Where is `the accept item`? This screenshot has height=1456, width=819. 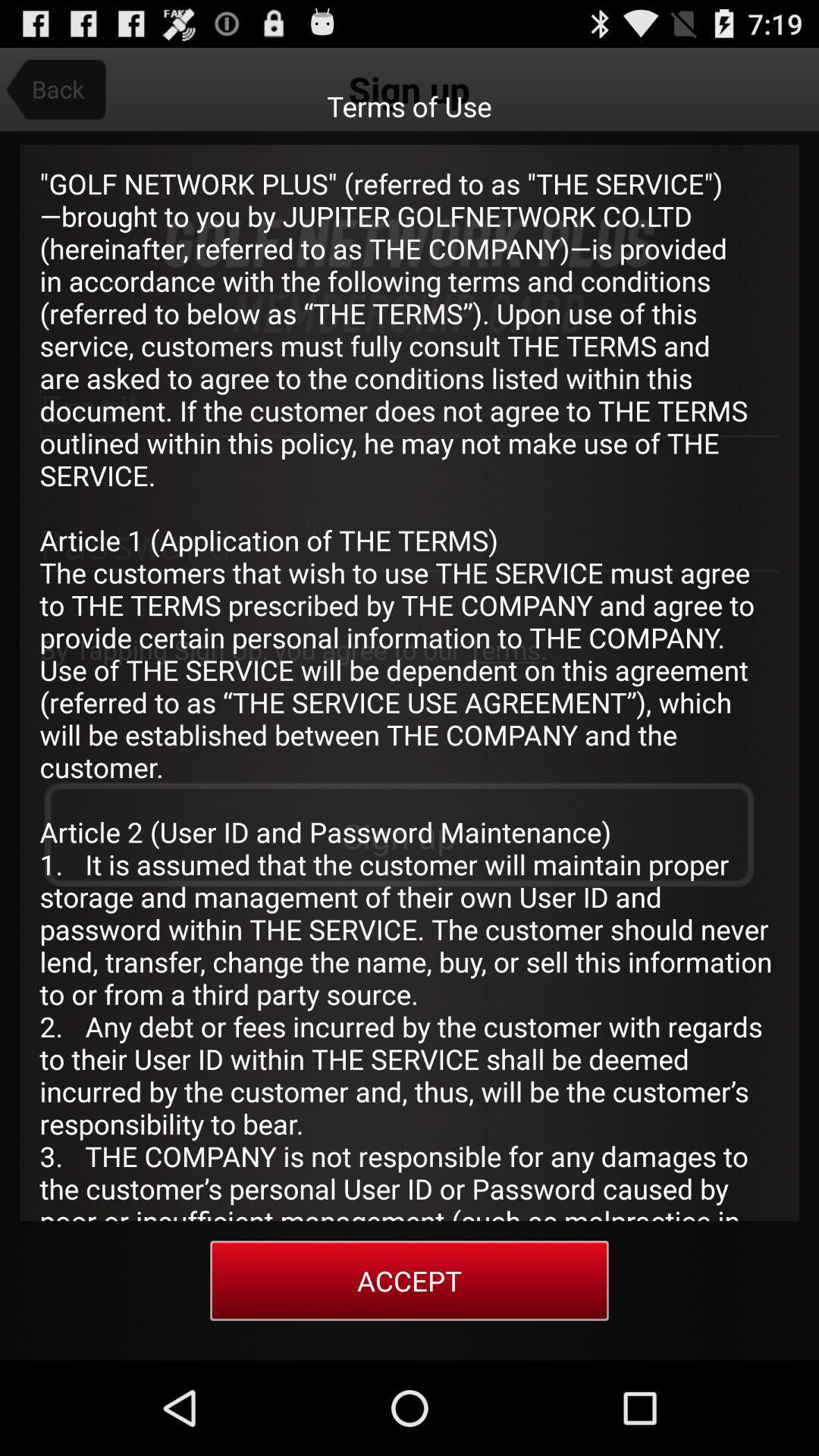
the accept item is located at coordinates (409, 1280).